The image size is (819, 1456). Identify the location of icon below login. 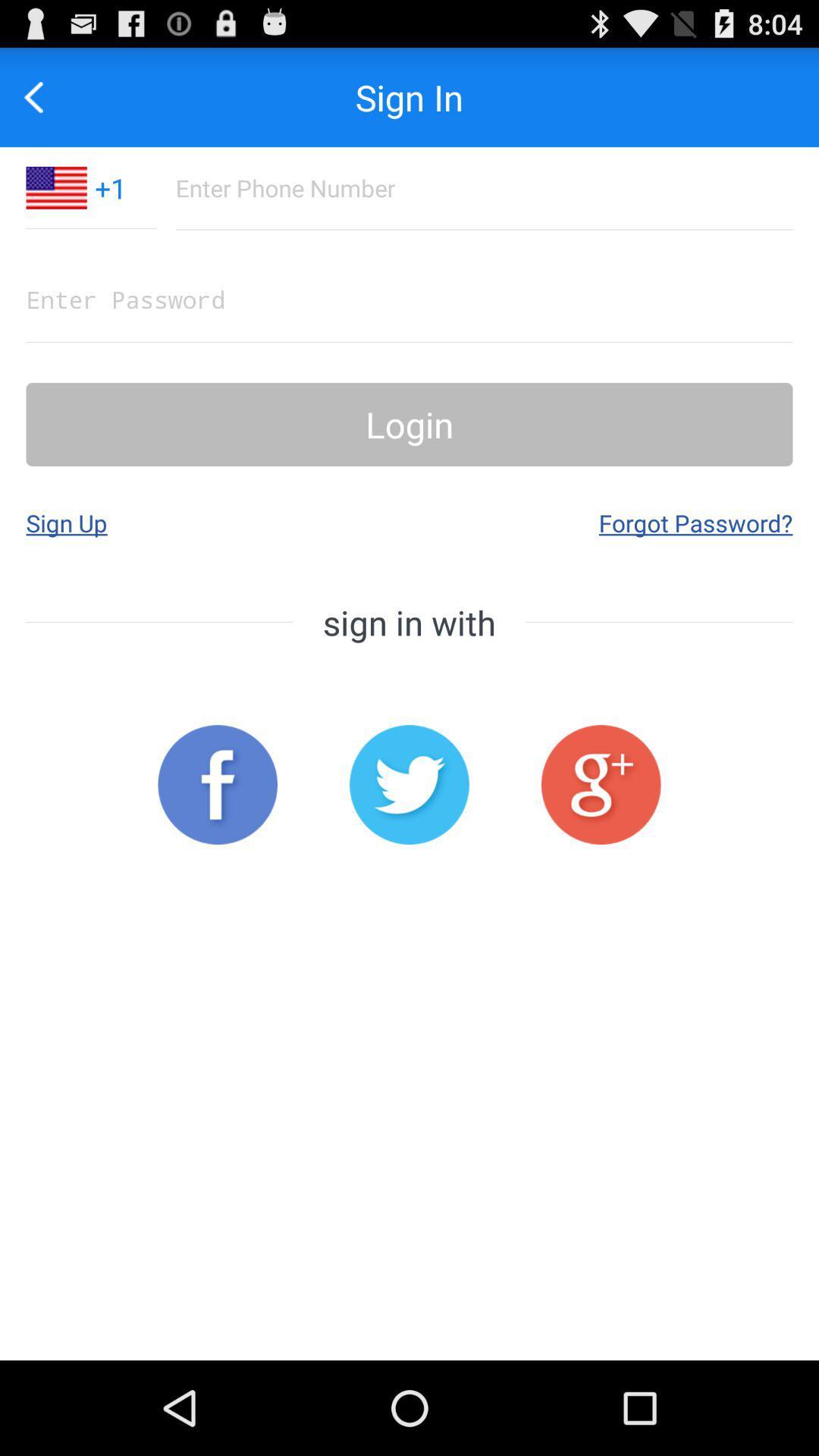
(66, 522).